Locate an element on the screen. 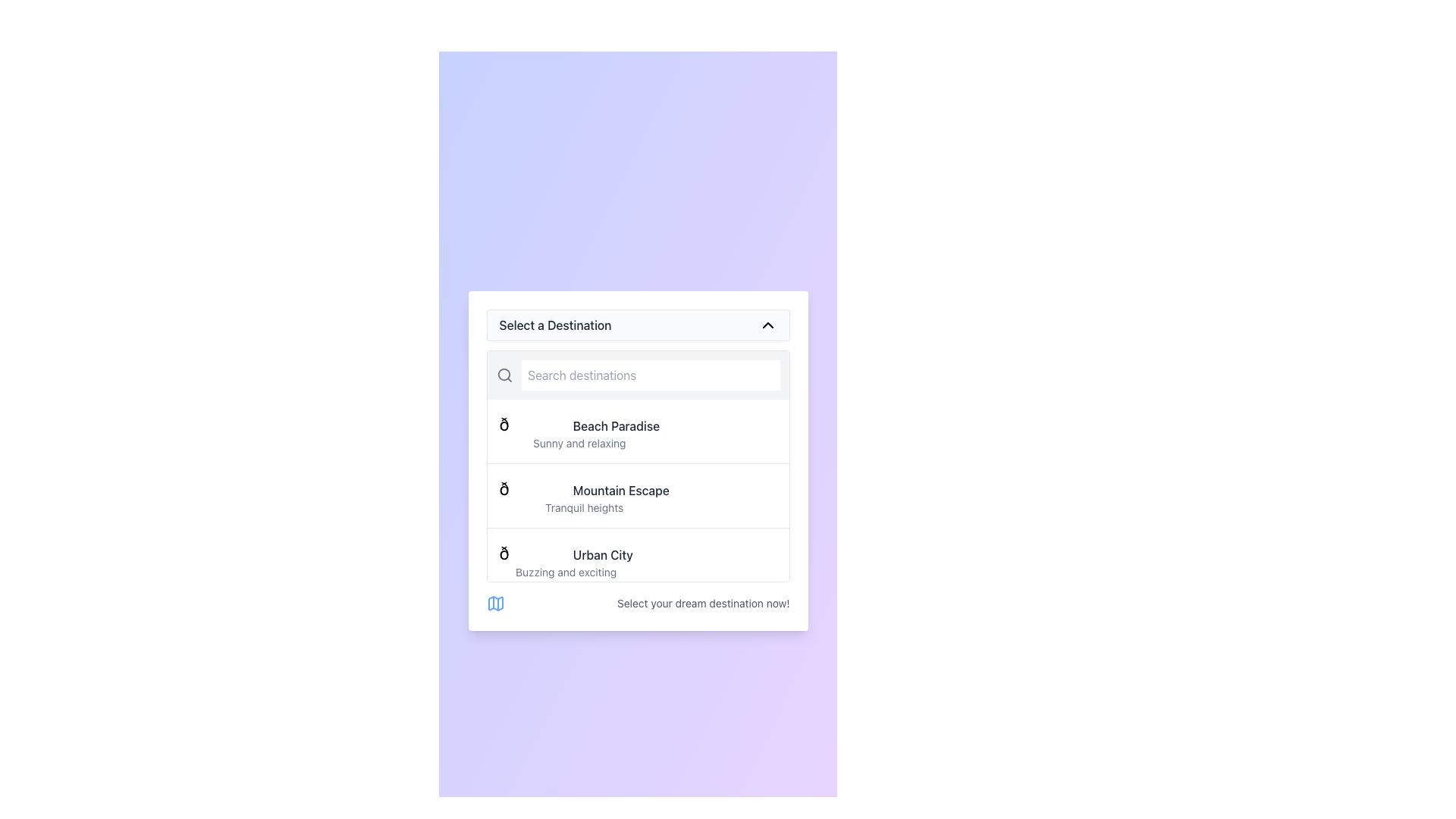 The height and width of the screenshot is (819, 1456). the List item labeled 'Mountain Escape' is located at coordinates (583, 496).